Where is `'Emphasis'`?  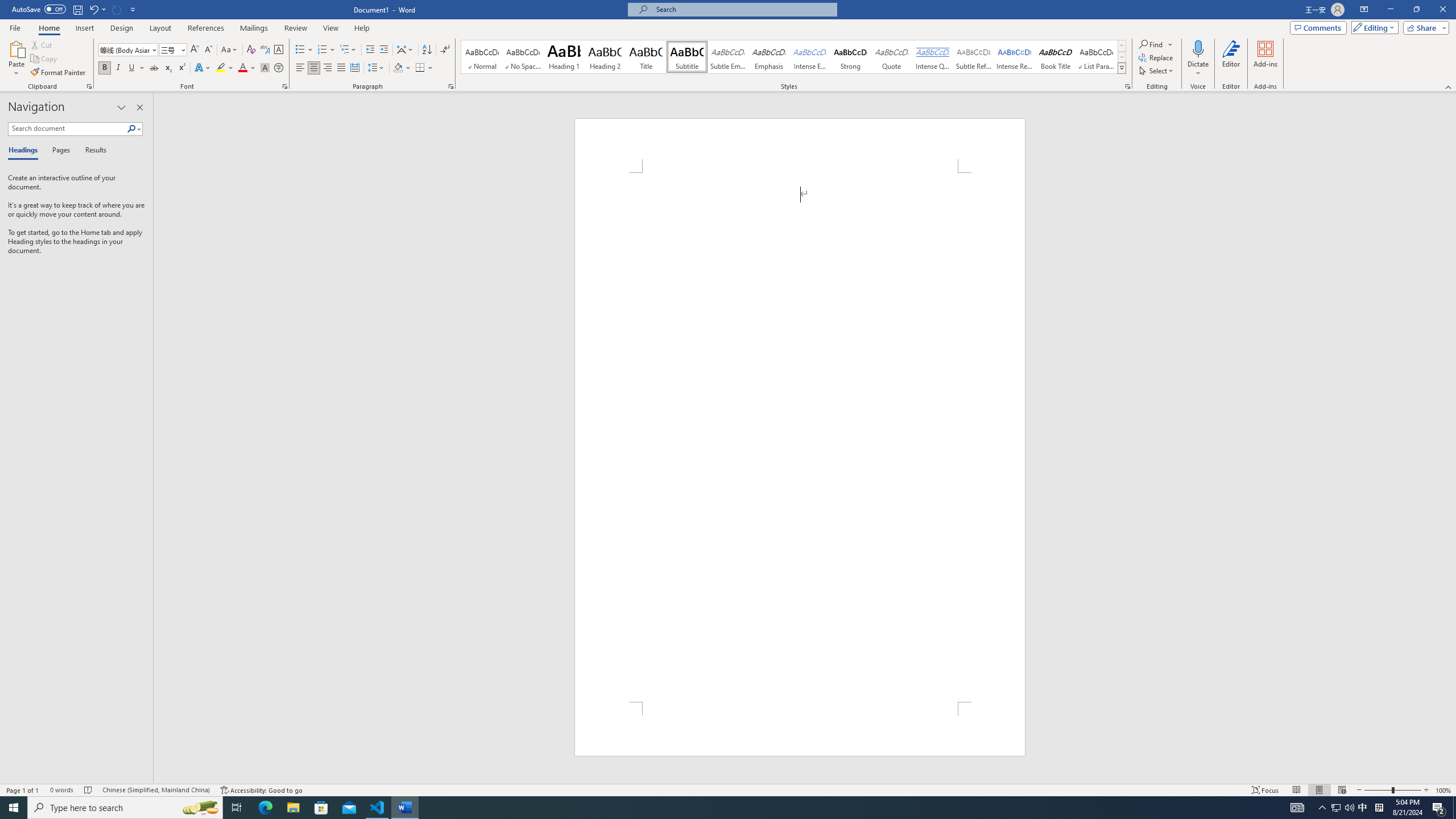
'Emphasis' is located at coordinates (768, 56).